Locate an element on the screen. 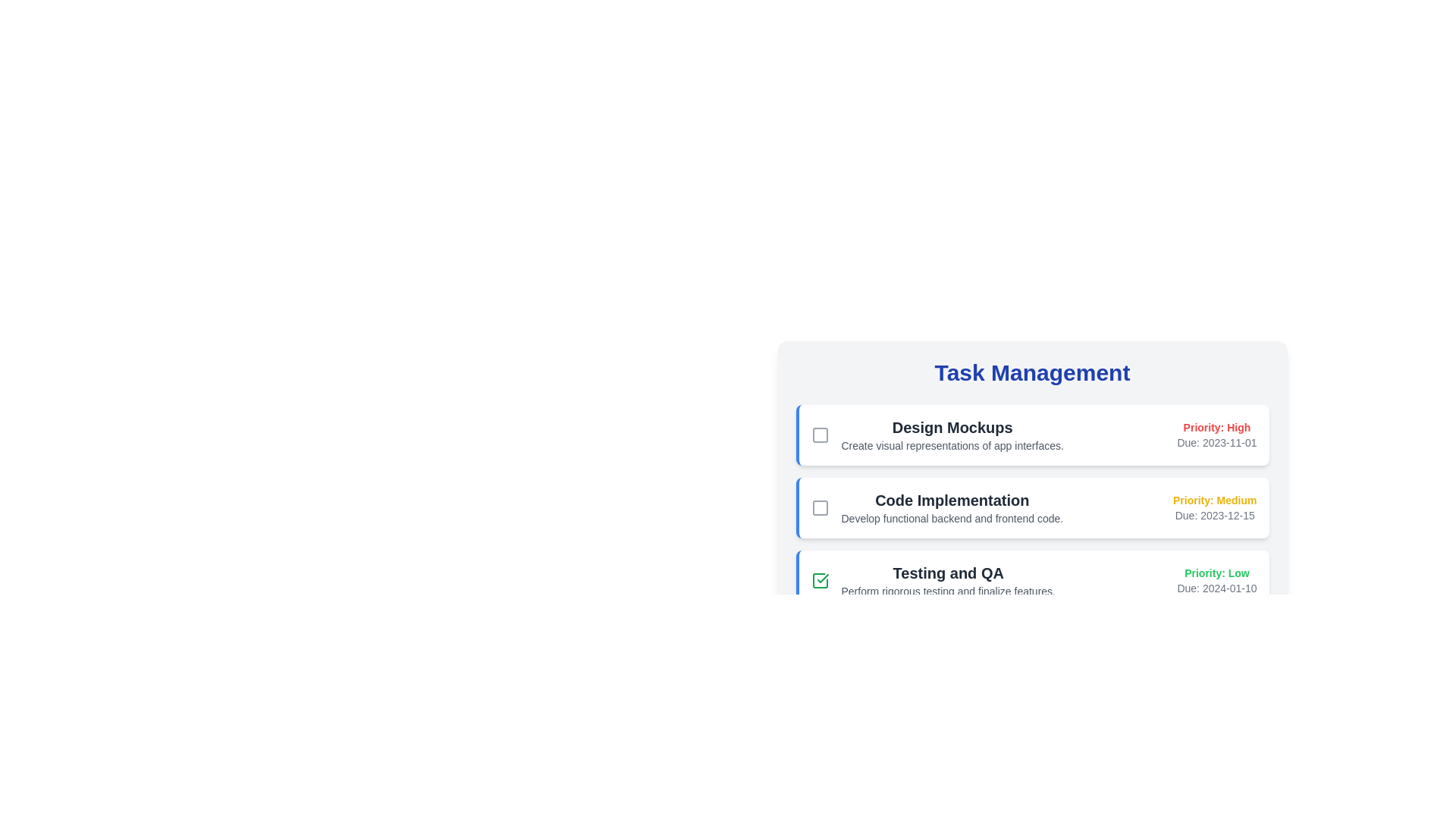 This screenshot has width=1456, height=819. text content of the task details from the Text block that includes the title and description of the first task item in the task management section is located at coordinates (952, 435).